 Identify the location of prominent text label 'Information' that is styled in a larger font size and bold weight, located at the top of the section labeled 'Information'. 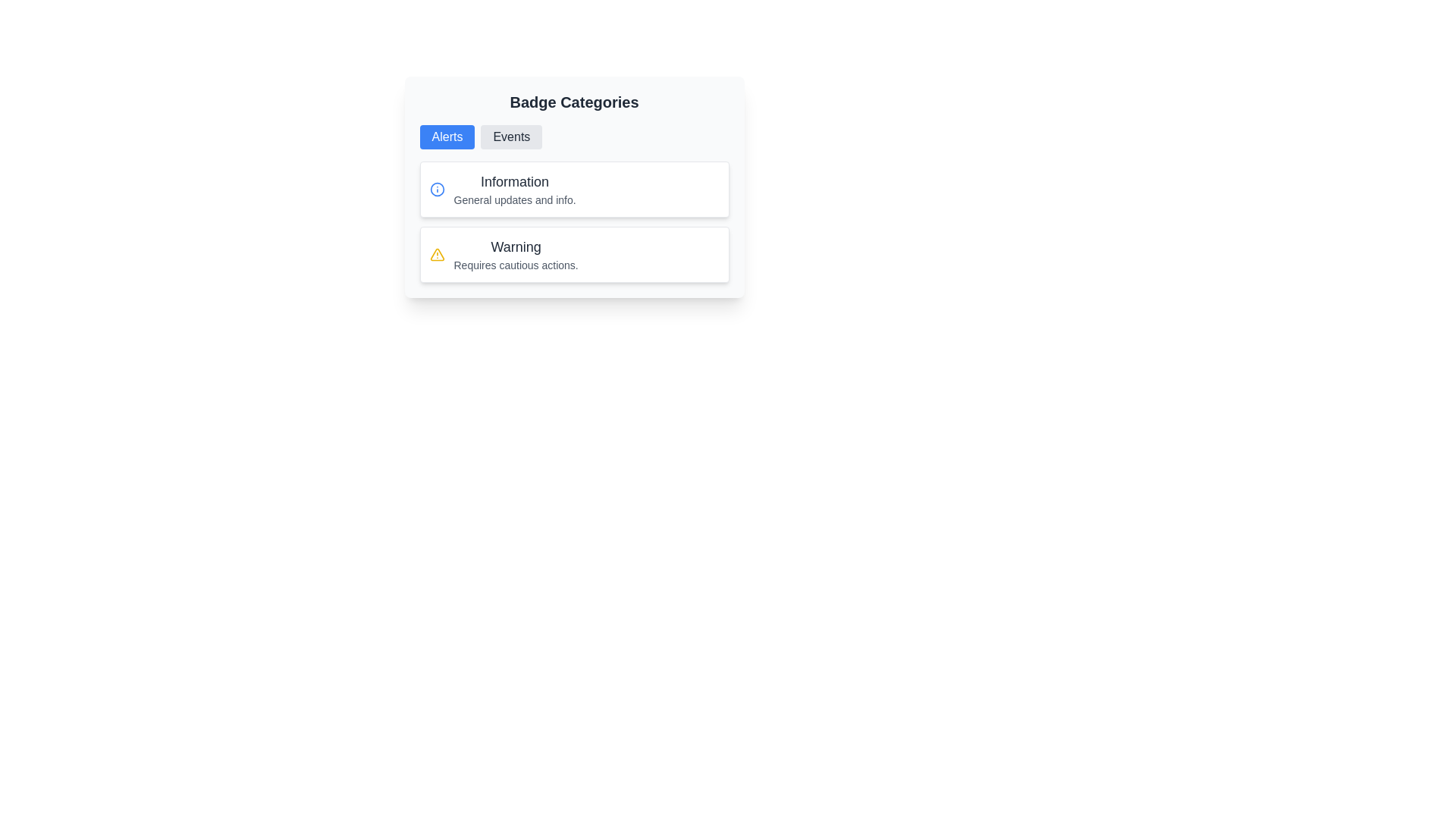
(515, 180).